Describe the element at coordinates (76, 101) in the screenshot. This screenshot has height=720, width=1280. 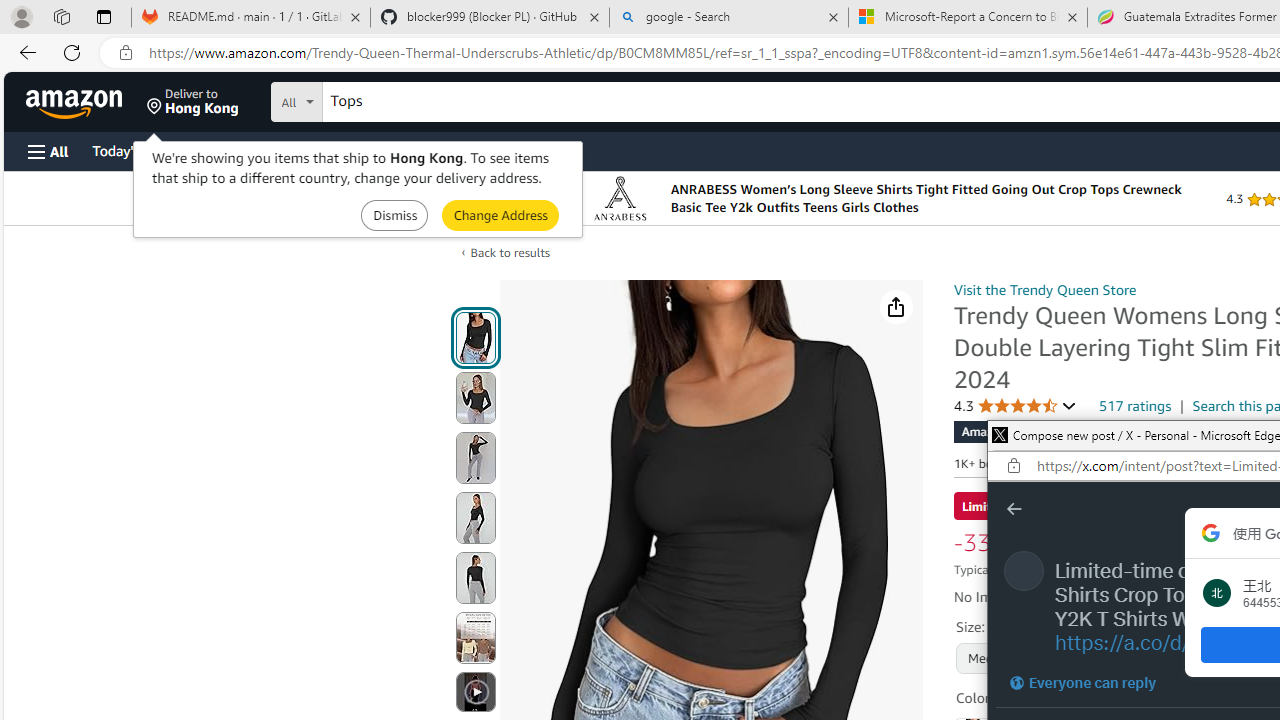
I see `'Amazon'` at that location.